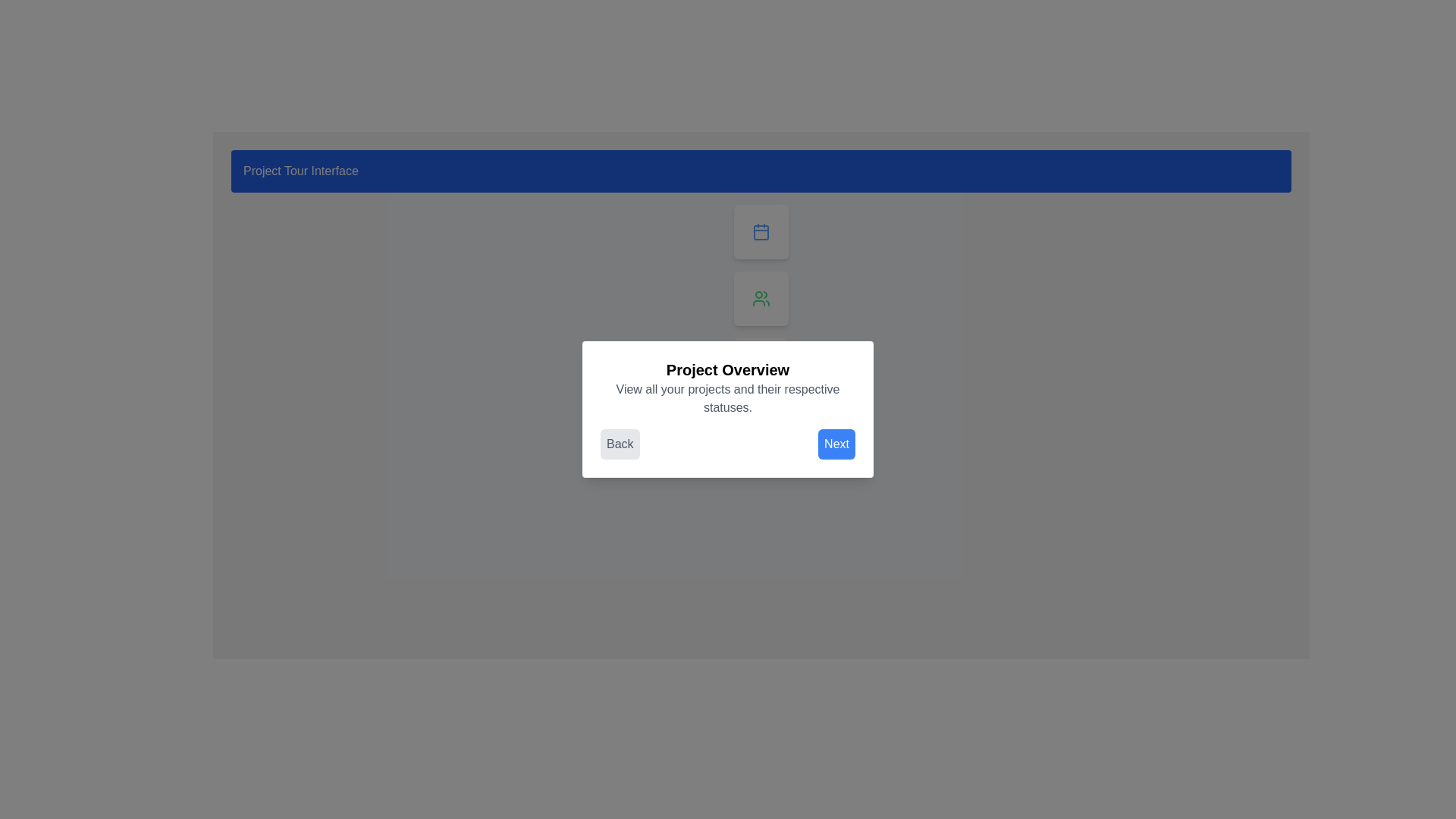 Image resolution: width=1456 pixels, height=819 pixels. Describe the element at coordinates (761, 298) in the screenshot. I see `the user icon in the dialog box` at that location.